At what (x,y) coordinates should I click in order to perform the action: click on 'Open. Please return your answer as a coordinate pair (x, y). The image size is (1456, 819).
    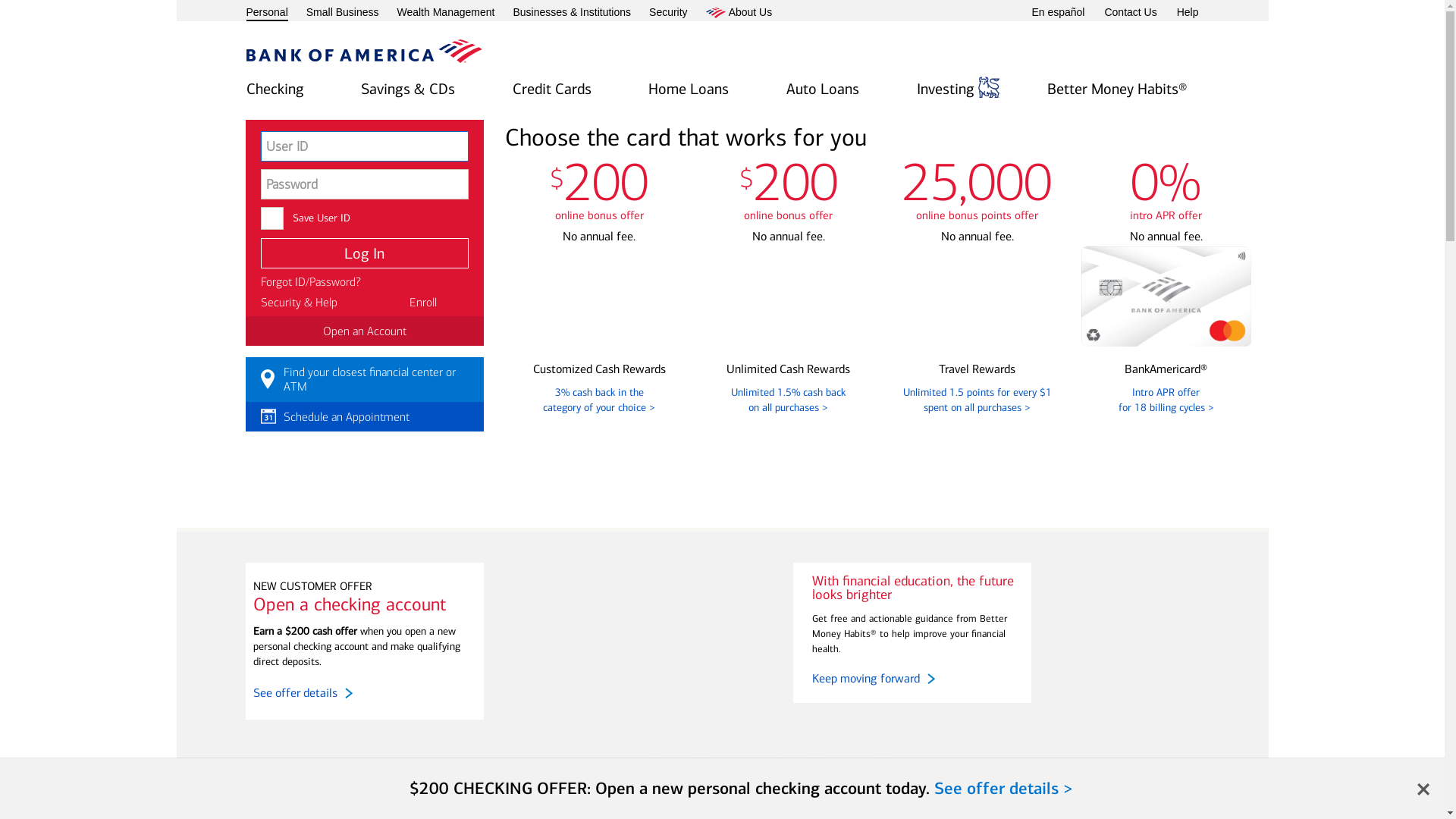
    Looking at the image, I should click on (274, 90).